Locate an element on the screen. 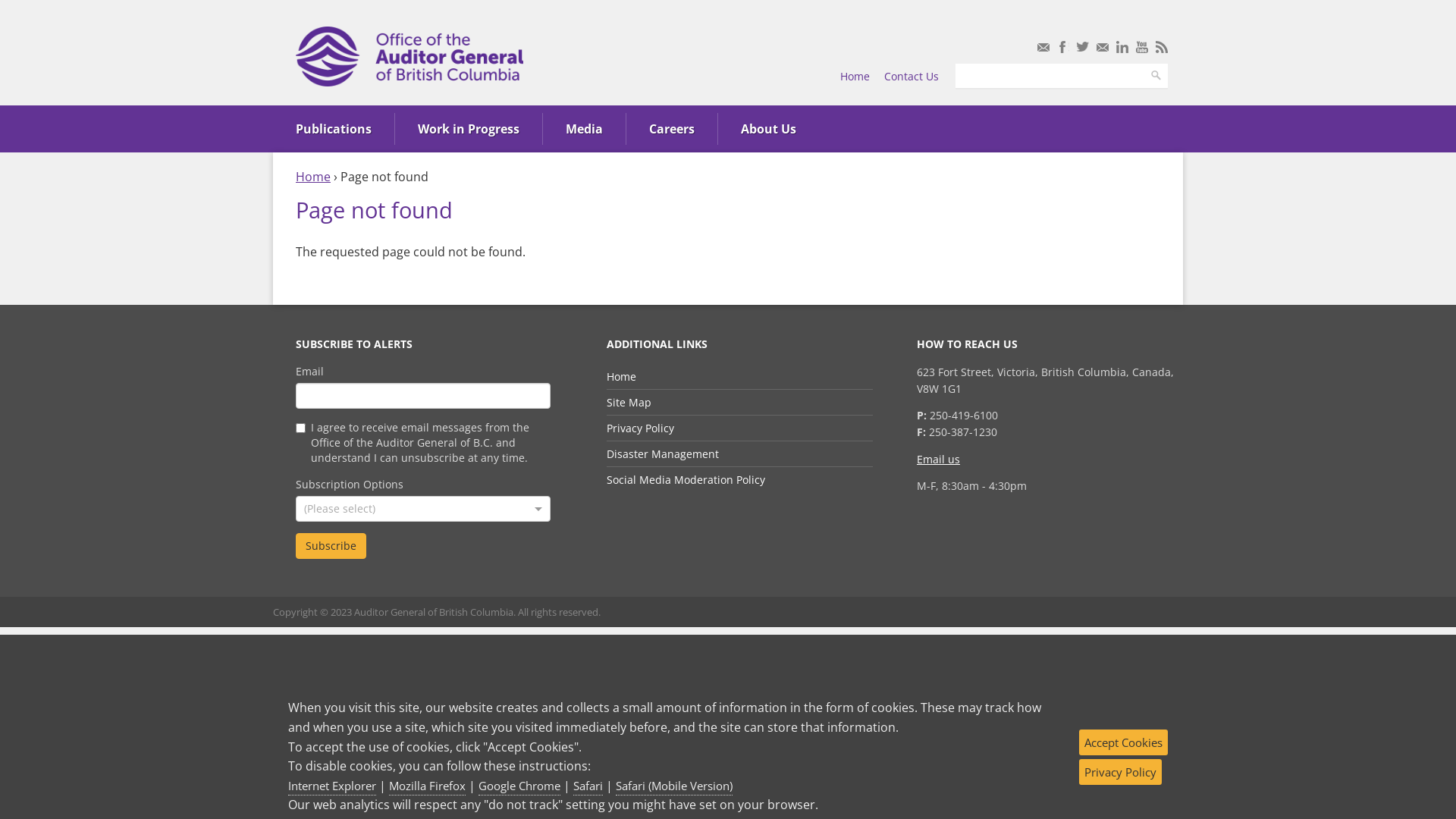 Image resolution: width=1456 pixels, height=819 pixels. 'Search' is located at coordinates (1143, 76).